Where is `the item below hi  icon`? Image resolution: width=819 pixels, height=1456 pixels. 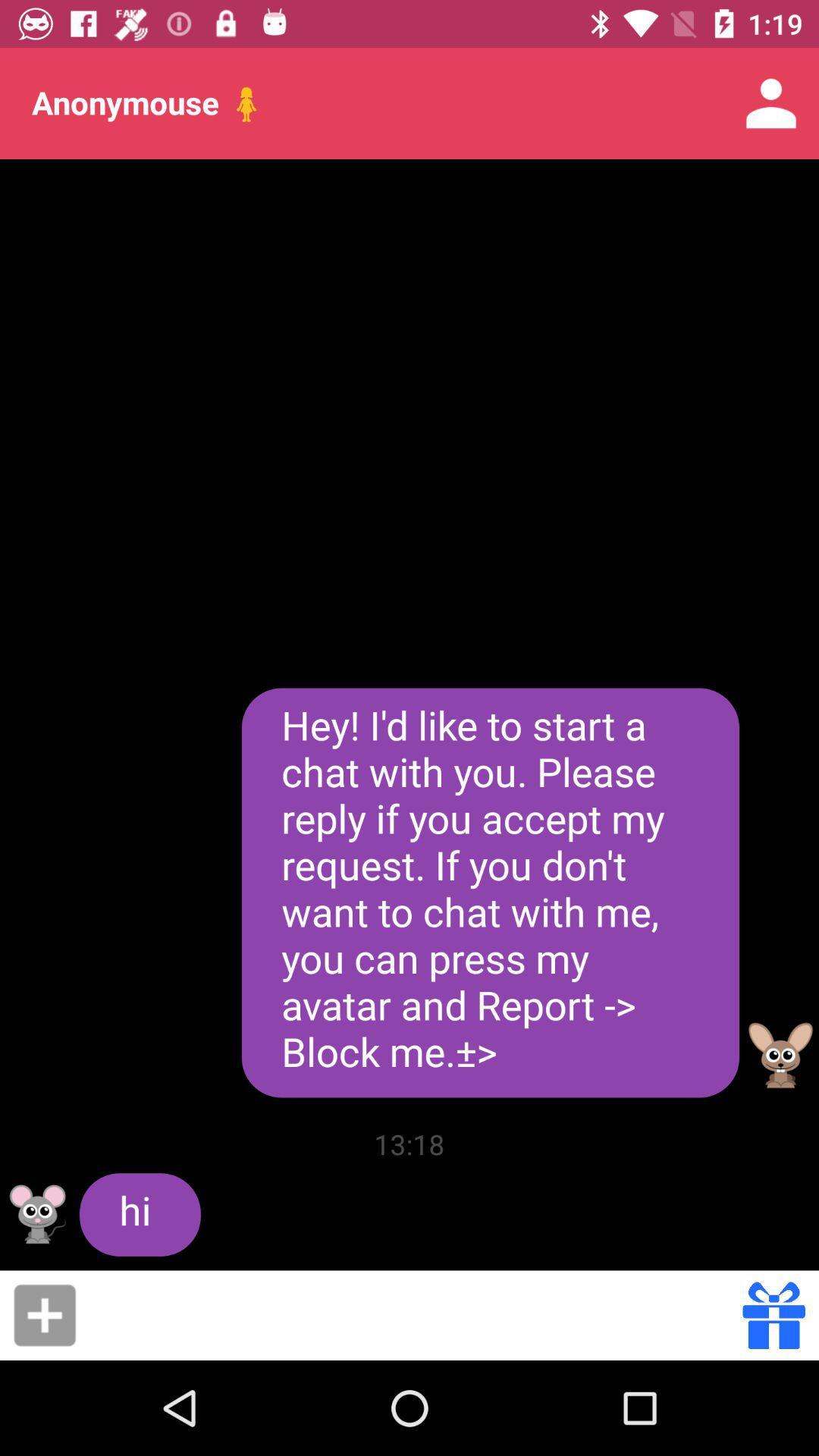
the item below hi  icon is located at coordinates (44, 1314).